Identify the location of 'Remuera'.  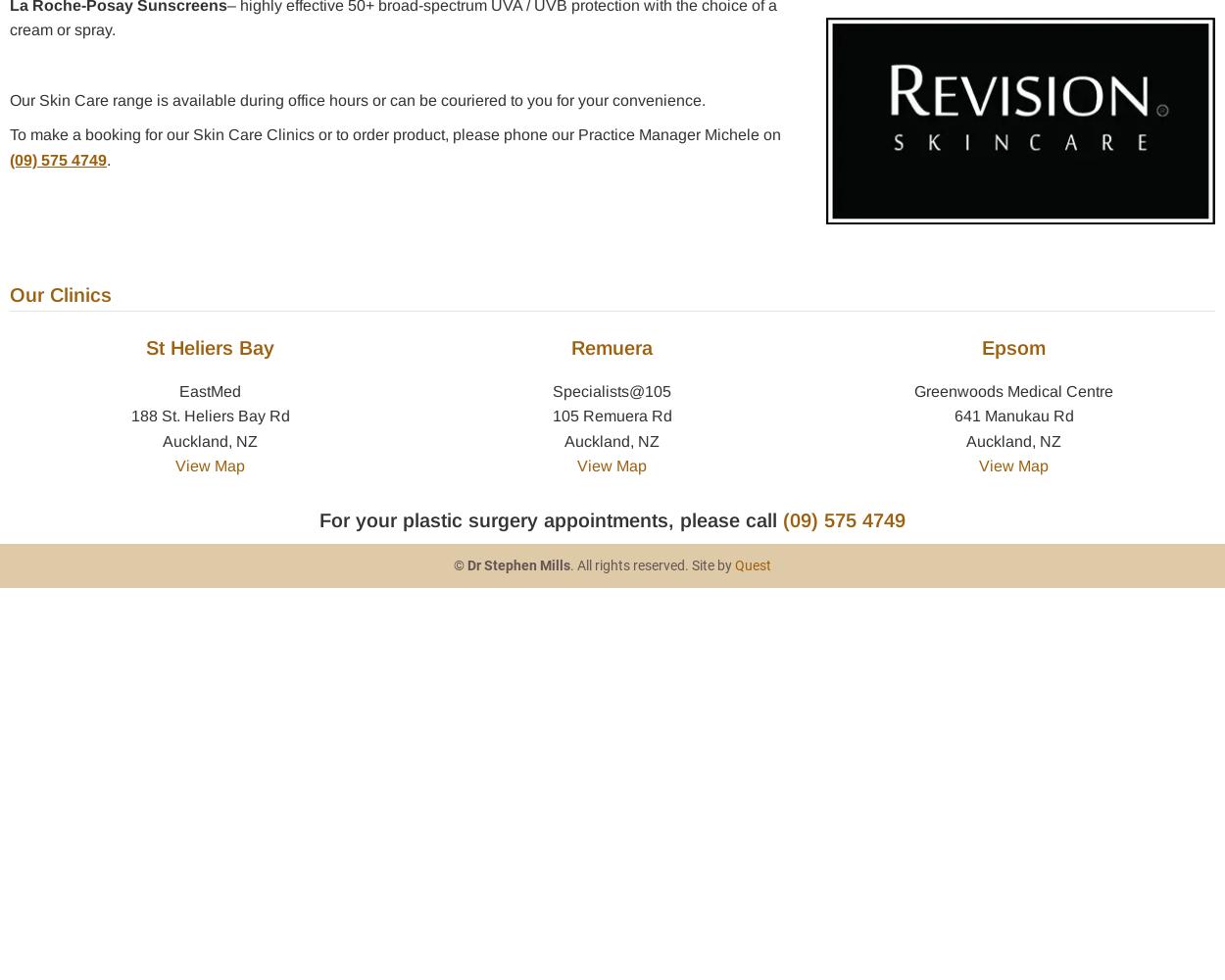
(611, 346).